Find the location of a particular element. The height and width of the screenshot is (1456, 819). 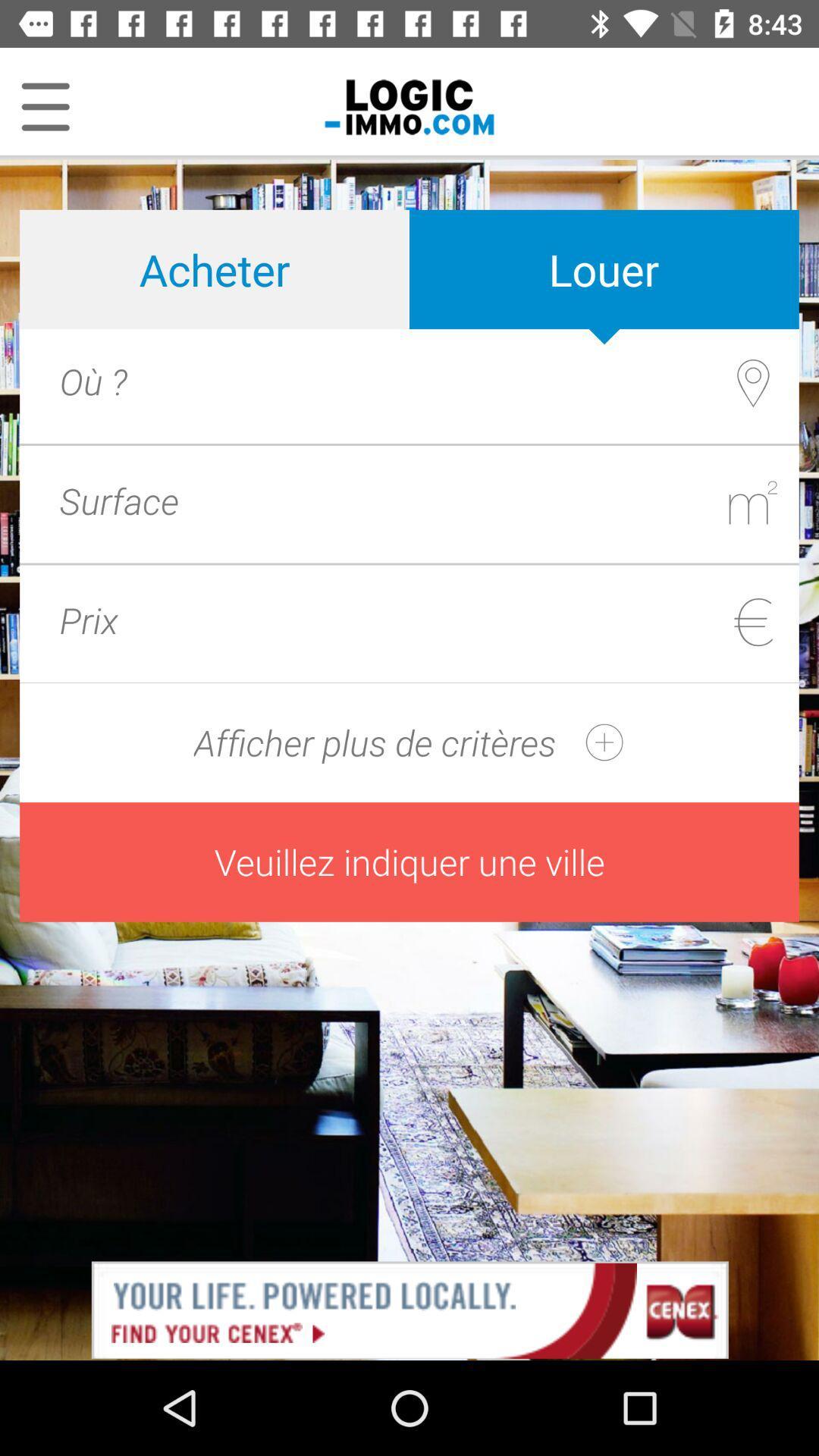

search to location is located at coordinates (441, 381).